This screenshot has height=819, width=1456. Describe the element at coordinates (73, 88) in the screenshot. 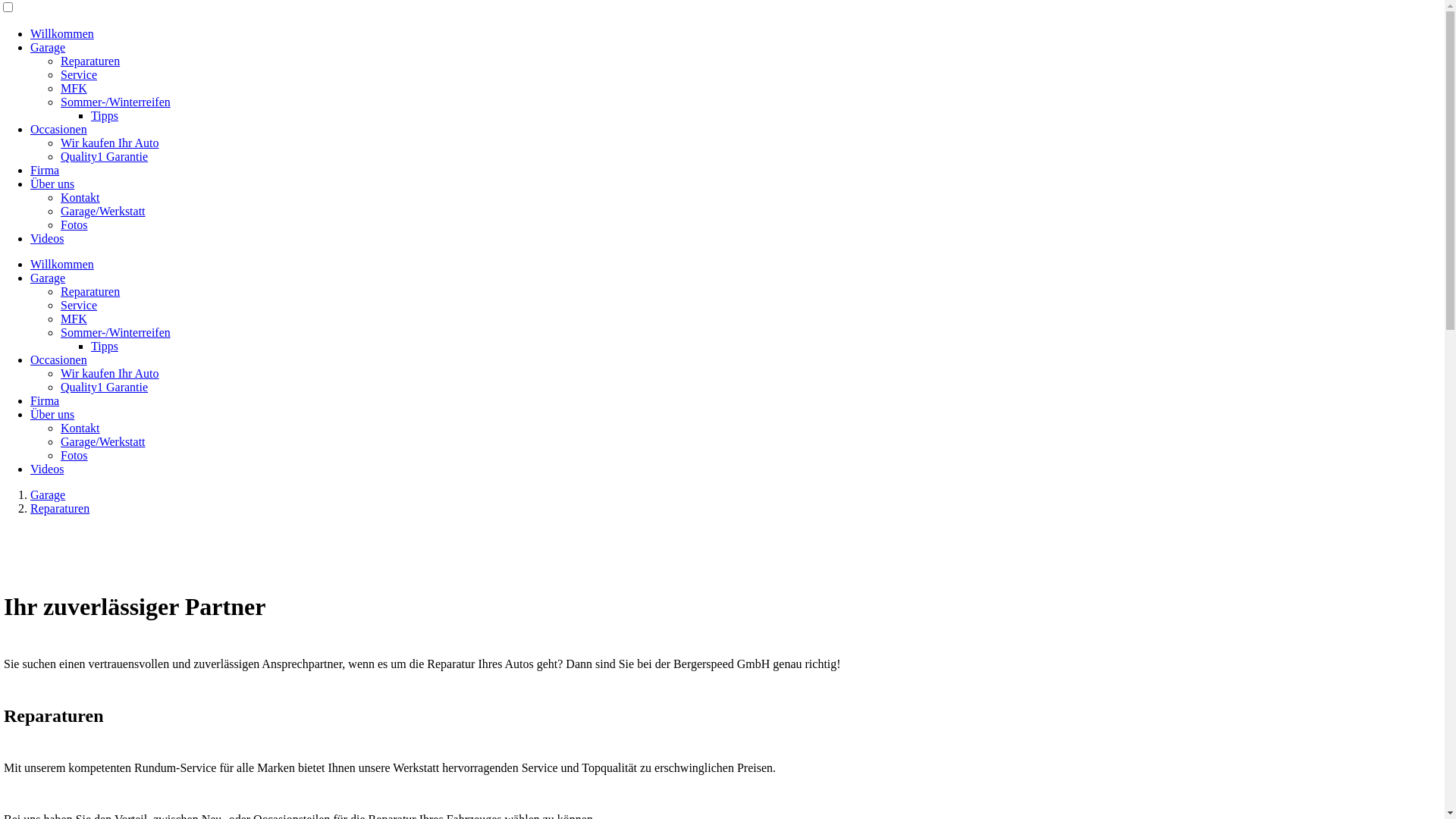

I see `'MFK'` at that location.